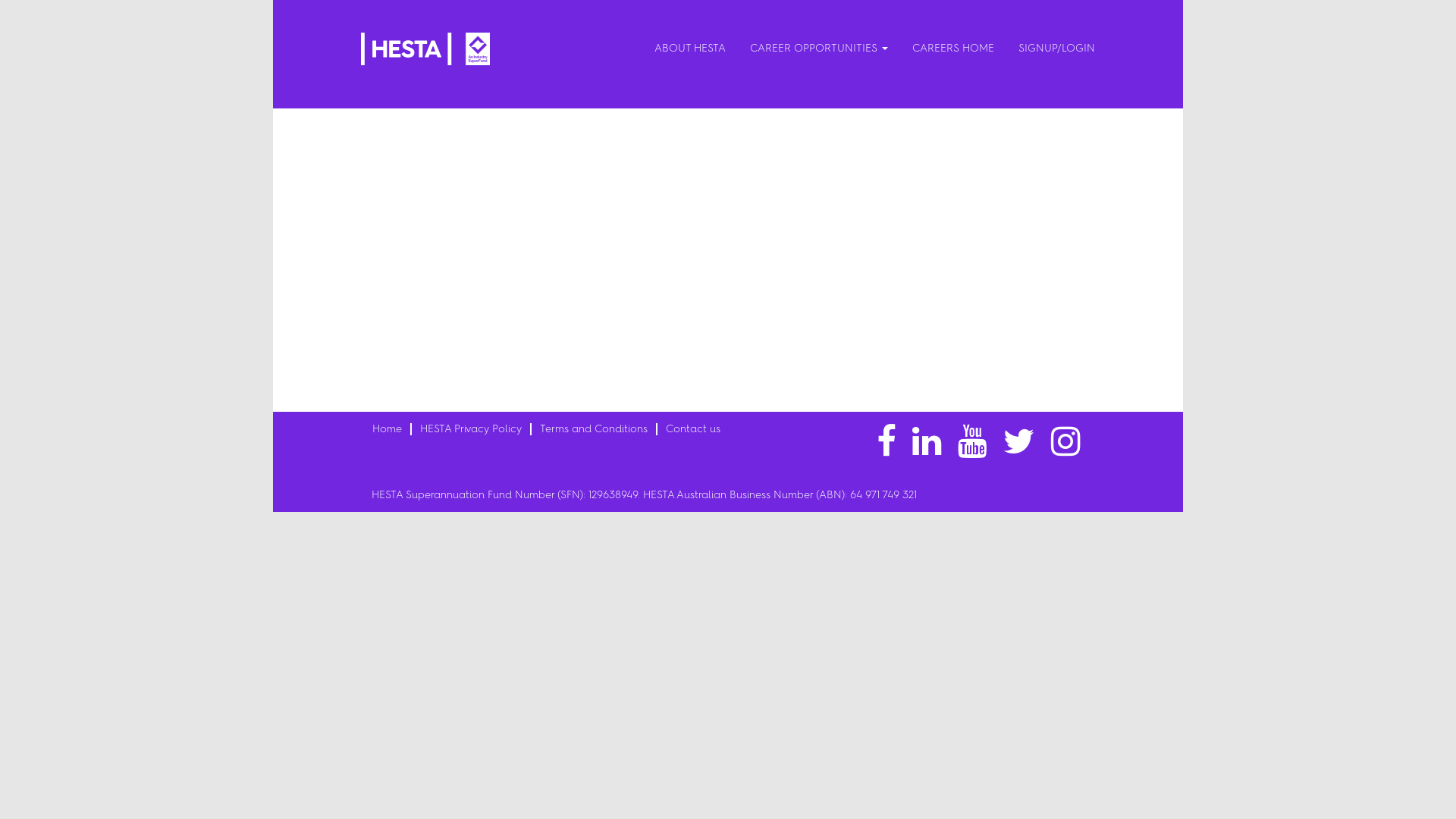  I want to click on 'Terms and Conditions', so click(592, 429).